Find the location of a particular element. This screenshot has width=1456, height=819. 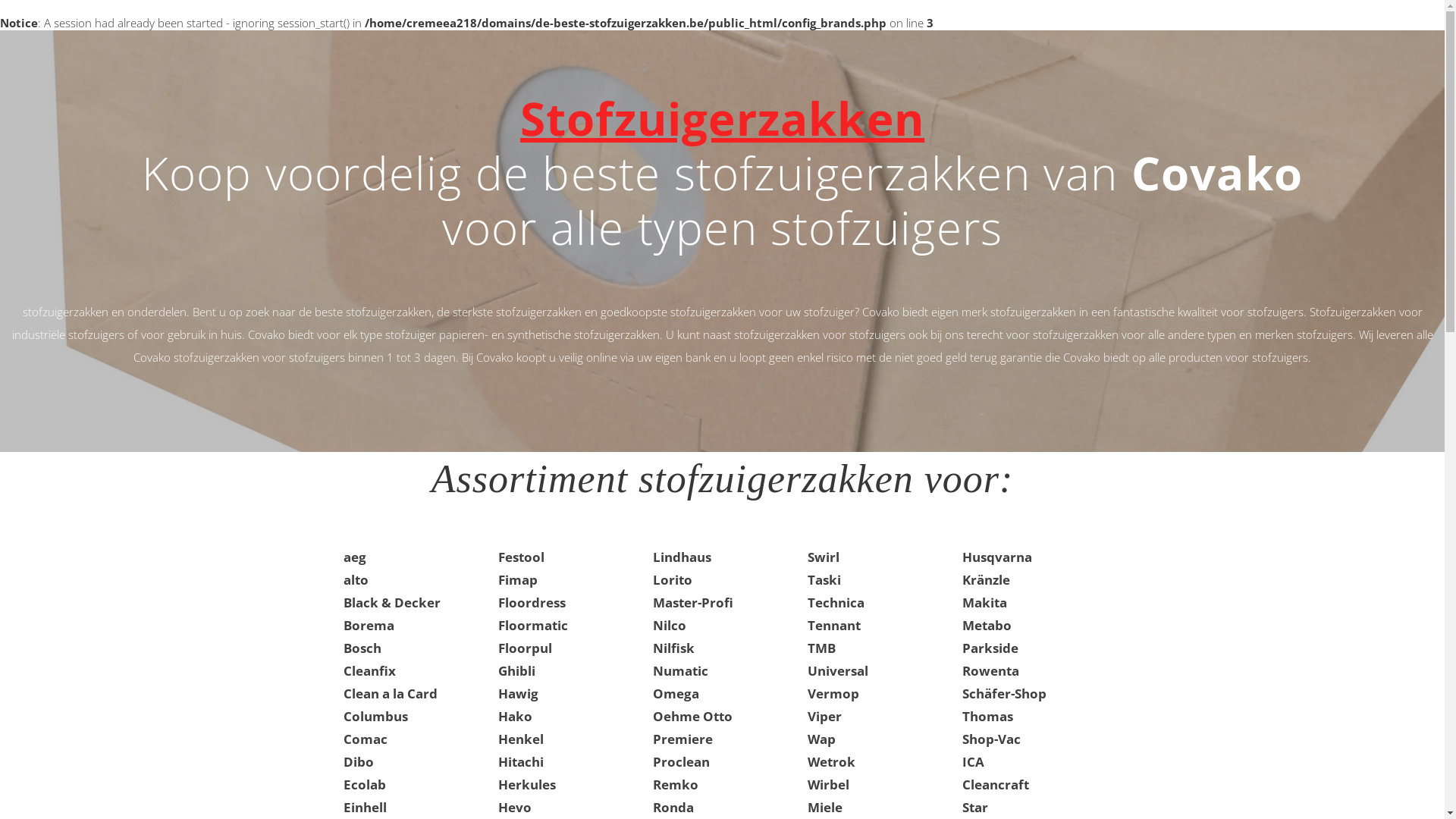

'Rowenta' is located at coordinates (960, 670).